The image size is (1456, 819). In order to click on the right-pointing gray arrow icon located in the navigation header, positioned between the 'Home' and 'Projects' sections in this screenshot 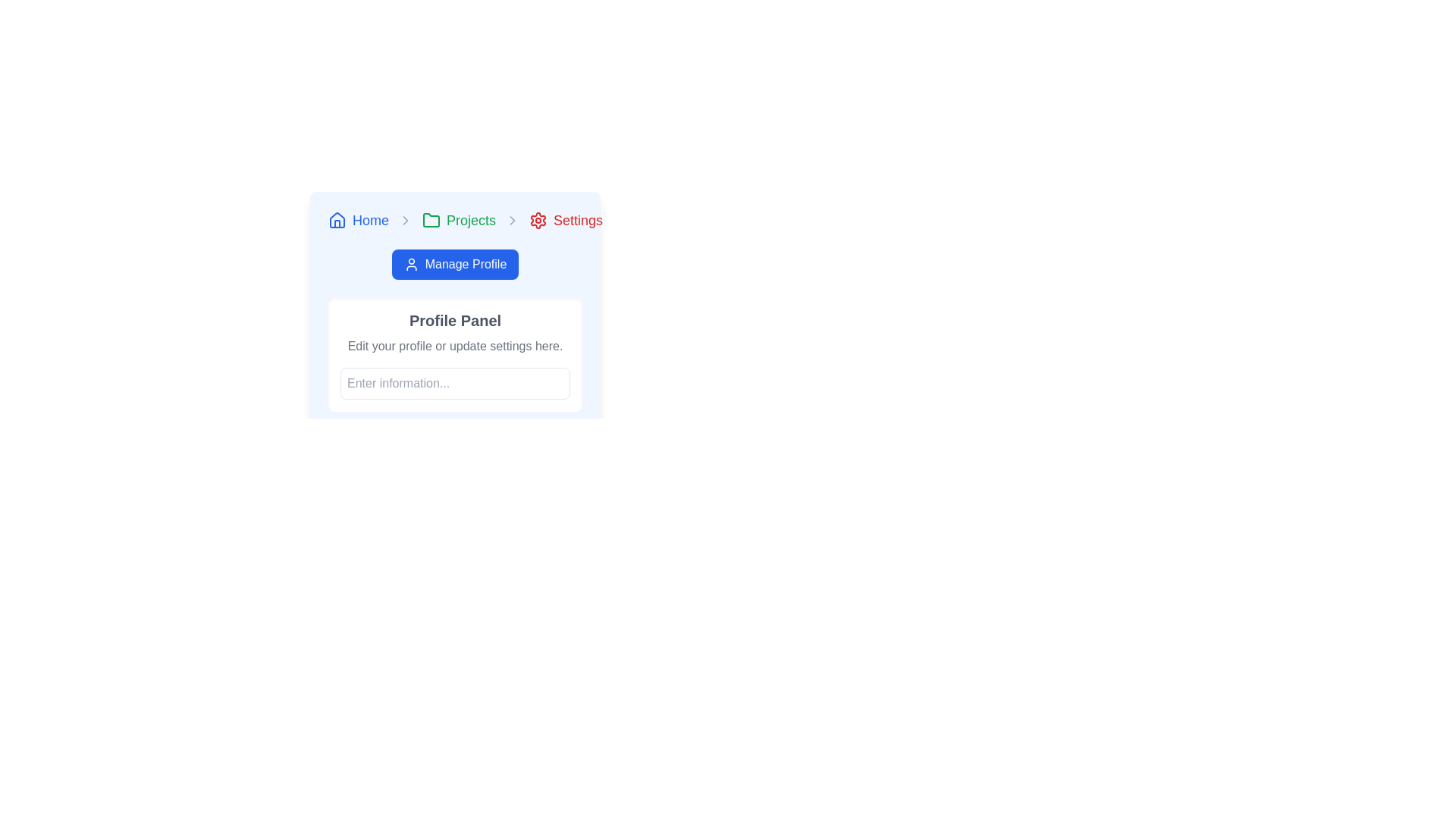, I will do `click(406, 220)`.